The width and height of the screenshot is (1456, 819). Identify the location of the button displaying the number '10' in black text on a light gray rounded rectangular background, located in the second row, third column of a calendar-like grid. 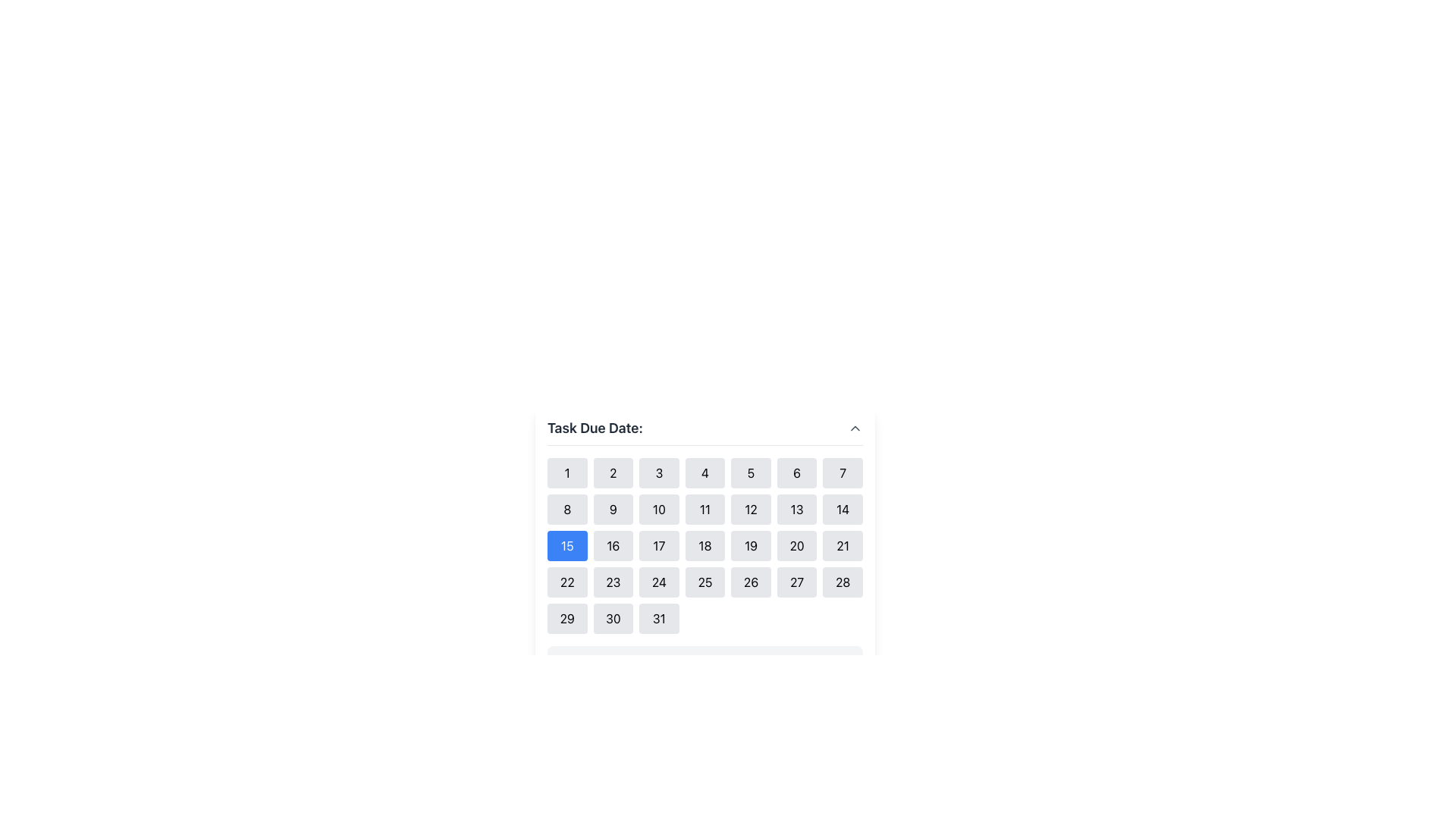
(659, 509).